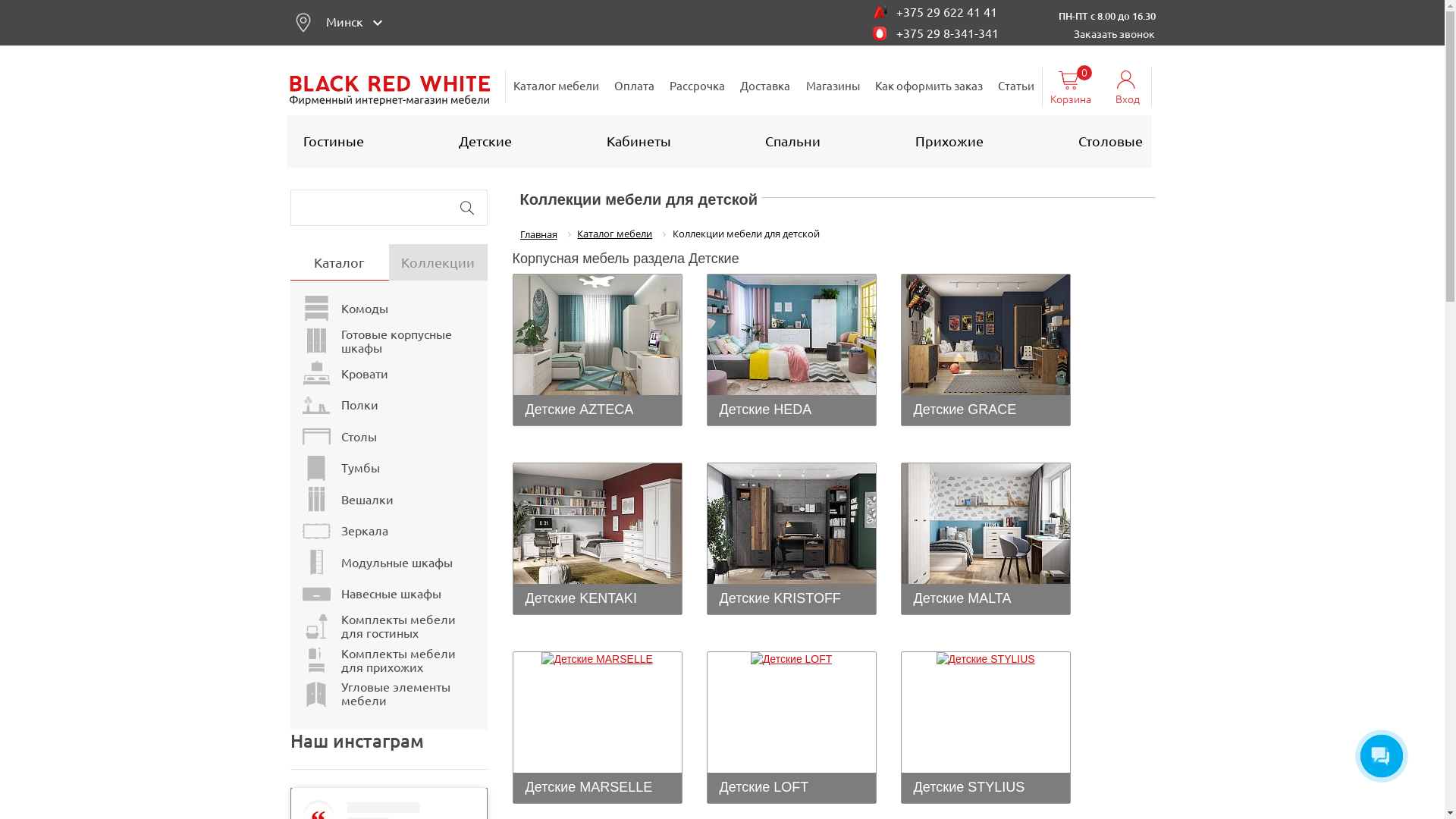 The image size is (1456, 819). What do you see at coordinates (896, 11) in the screenshot?
I see `'+375 29 622 41 41'` at bounding box center [896, 11].